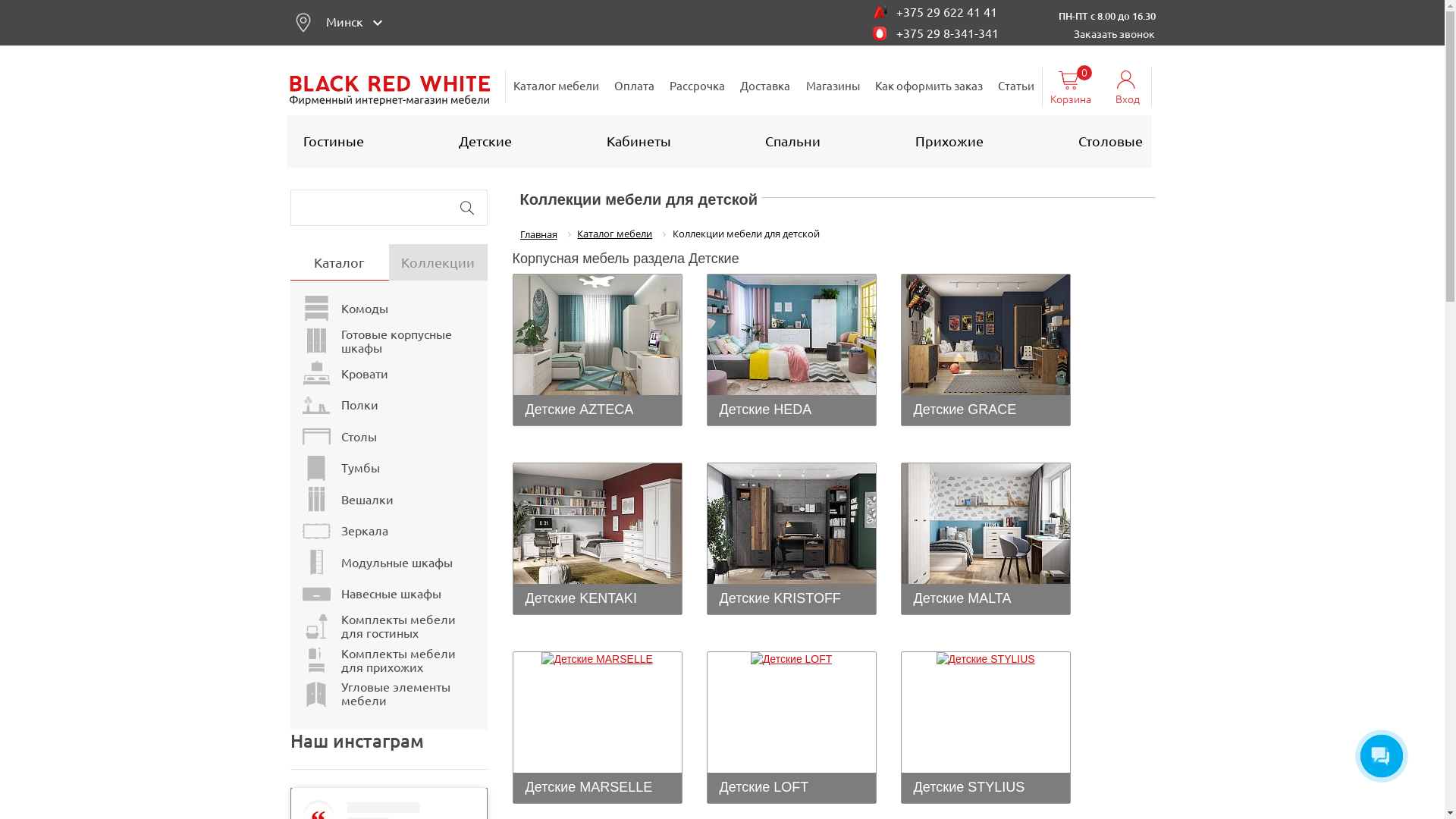 The image size is (1456, 819). What do you see at coordinates (896, 11) in the screenshot?
I see `'+375 29 622 41 41'` at bounding box center [896, 11].